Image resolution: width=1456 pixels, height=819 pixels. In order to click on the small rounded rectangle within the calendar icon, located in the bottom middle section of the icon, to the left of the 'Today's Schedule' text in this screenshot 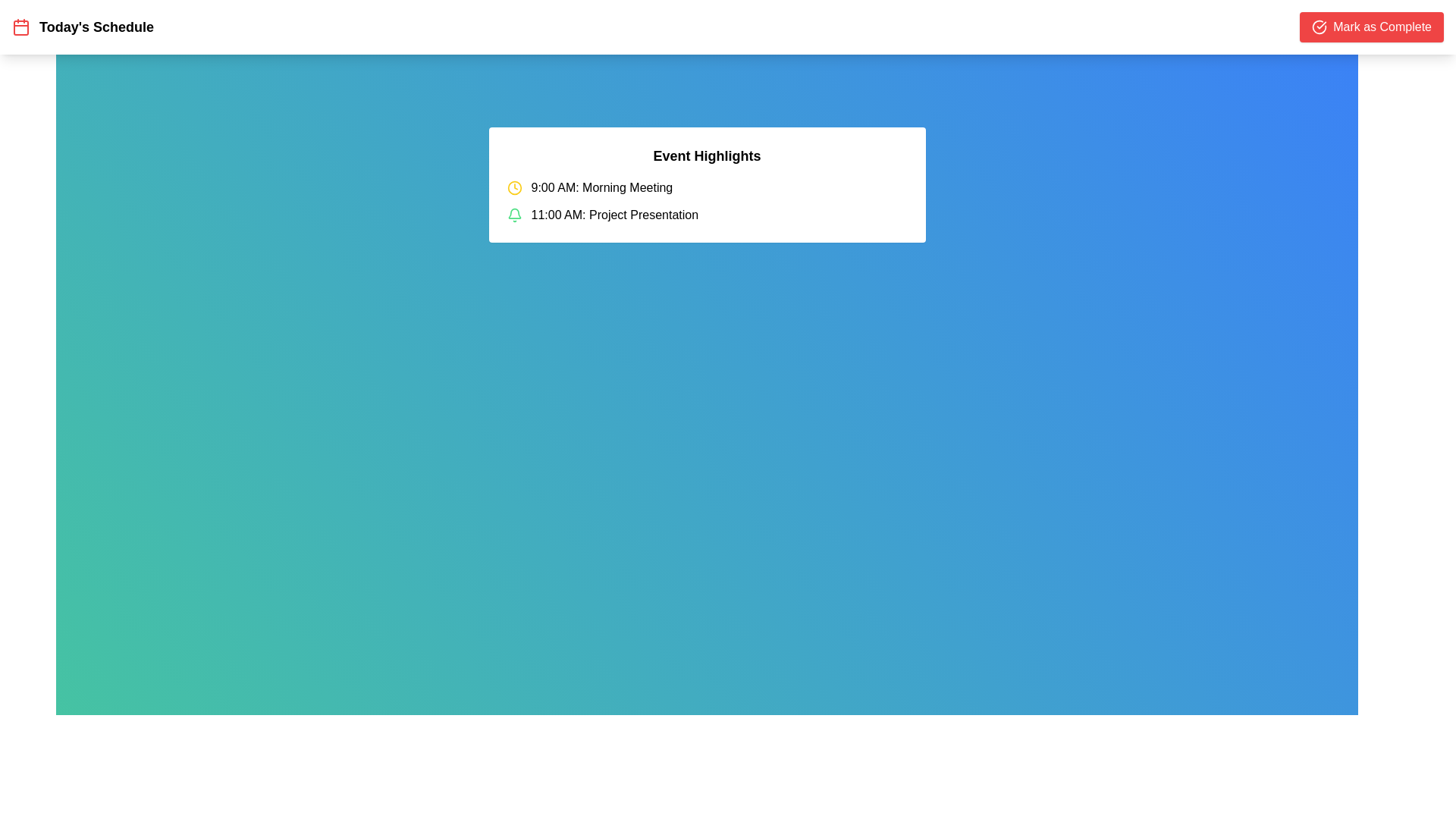, I will do `click(21, 28)`.